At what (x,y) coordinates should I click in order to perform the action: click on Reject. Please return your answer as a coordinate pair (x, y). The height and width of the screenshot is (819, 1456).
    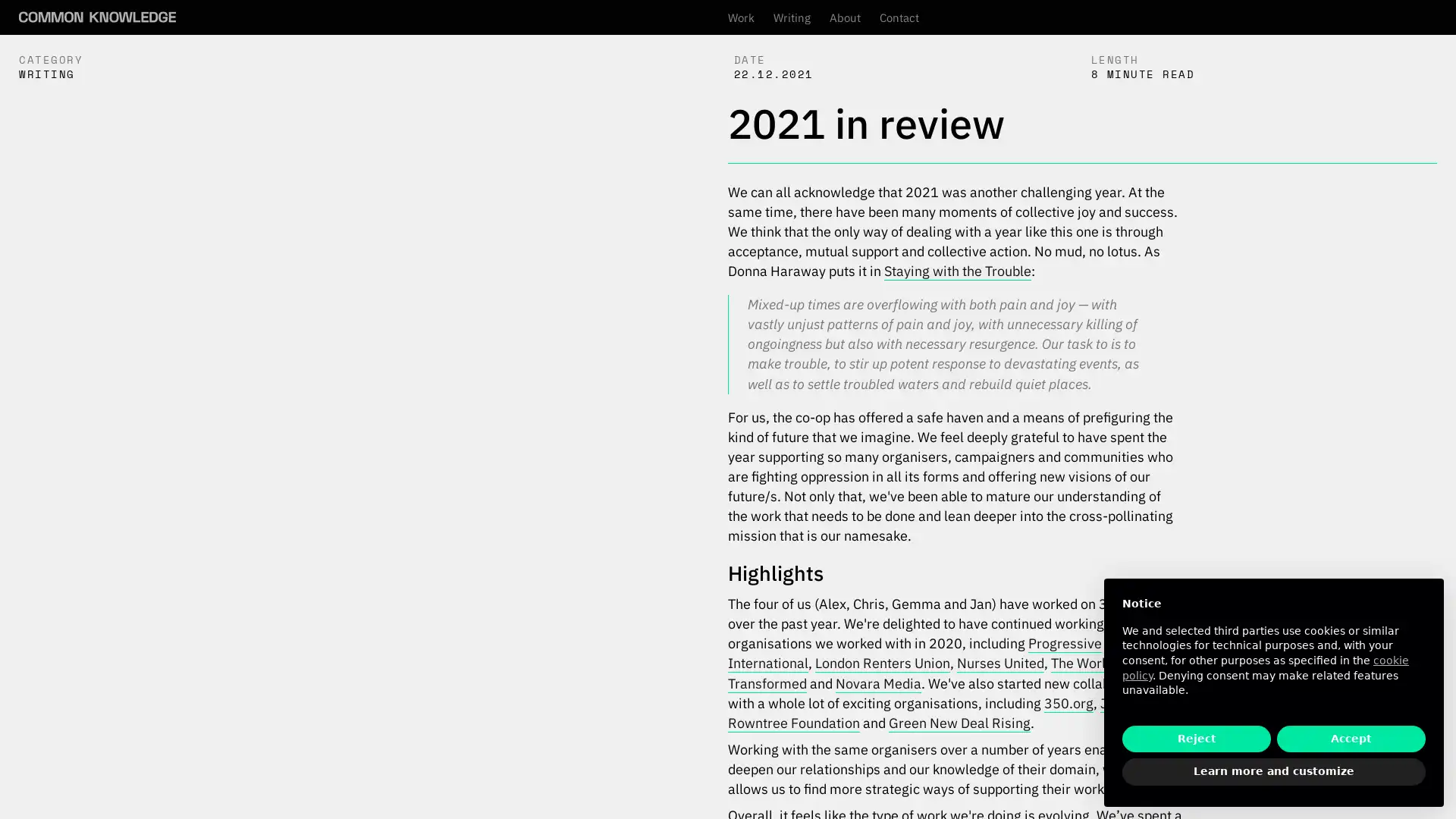
    Looking at the image, I should click on (1196, 738).